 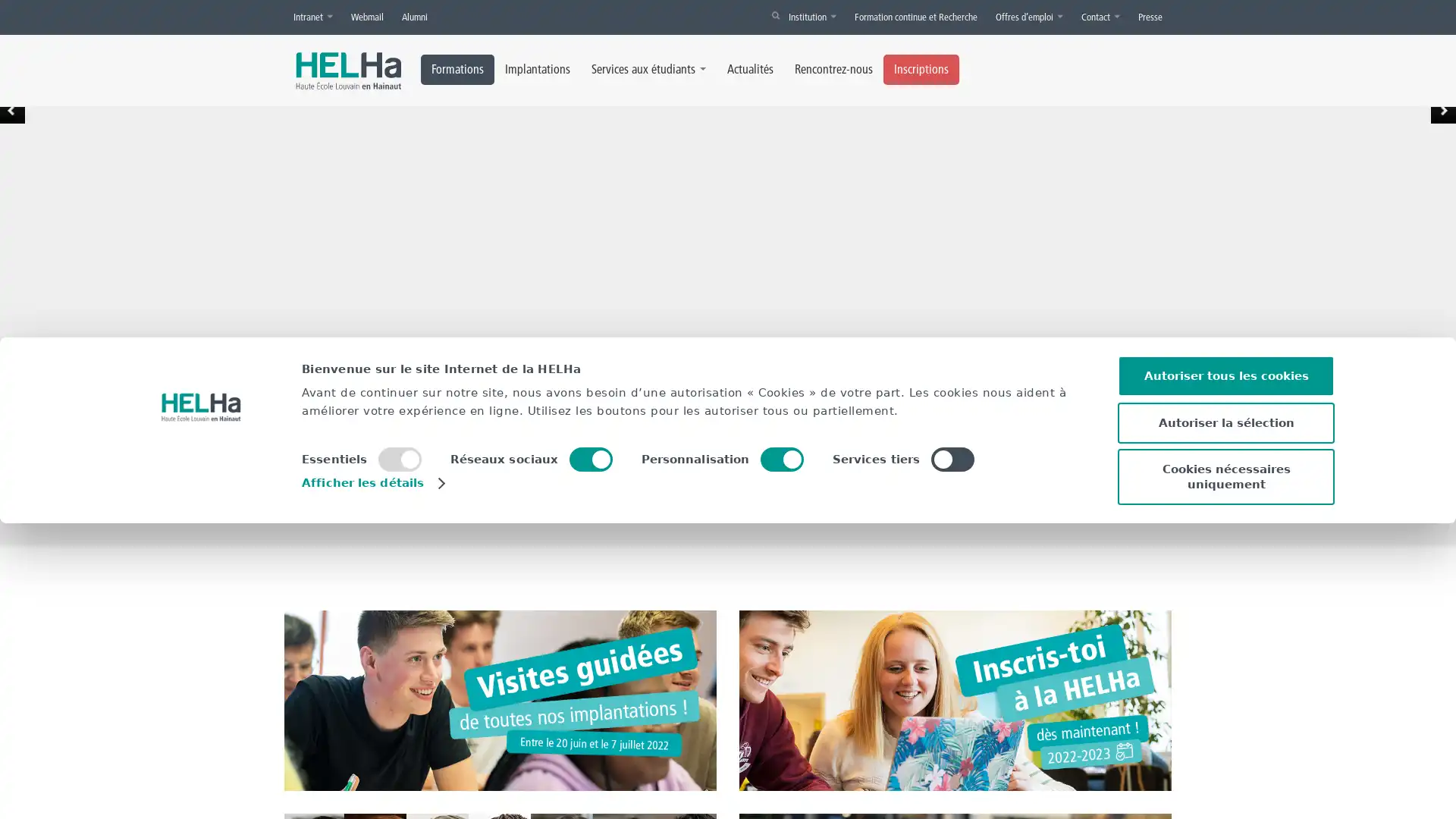 I want to click on Autoriser la selection, so click(x=1226, y=717).